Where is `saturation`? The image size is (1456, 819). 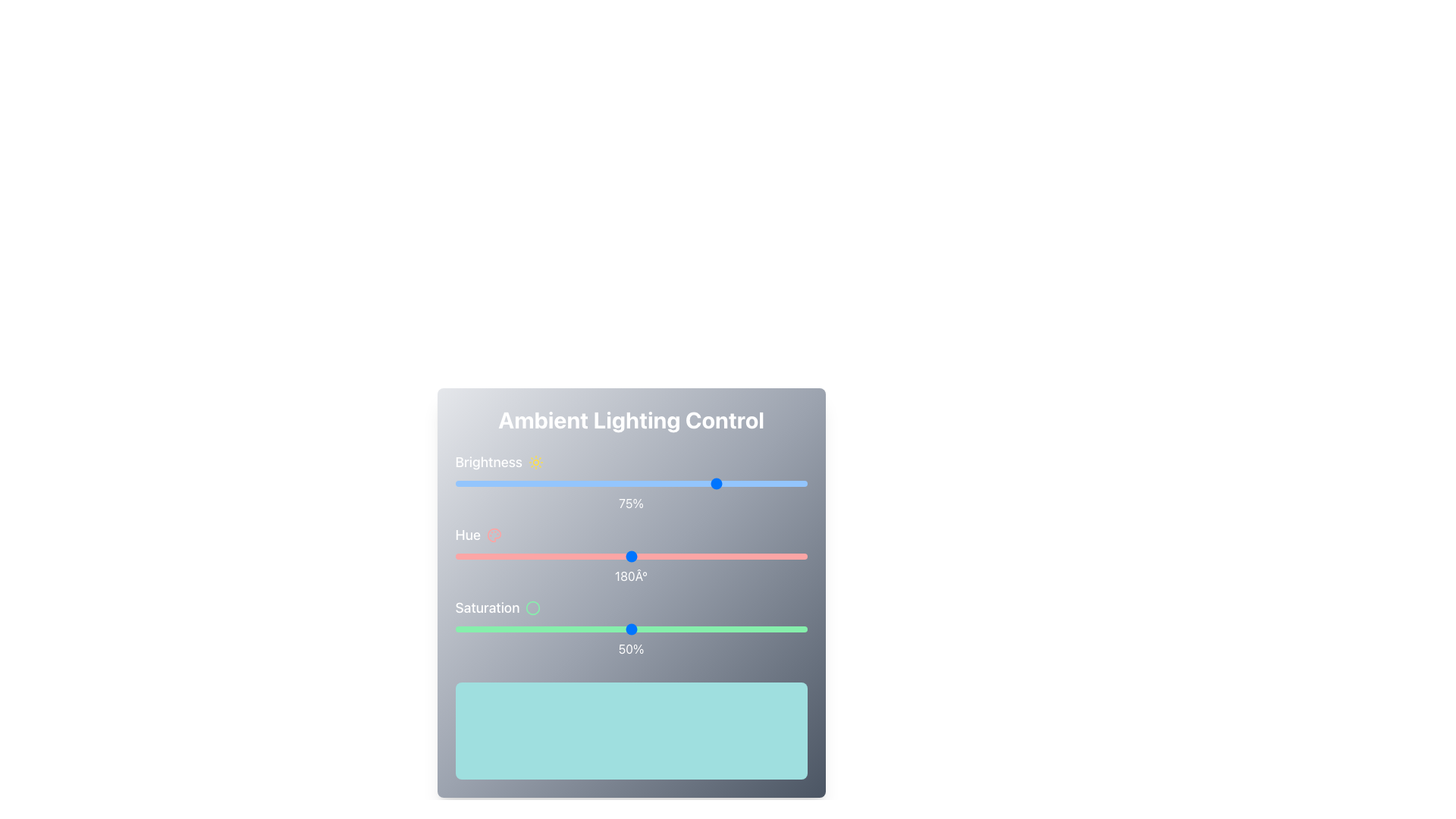
saturation is located at coordinates (659, 629).